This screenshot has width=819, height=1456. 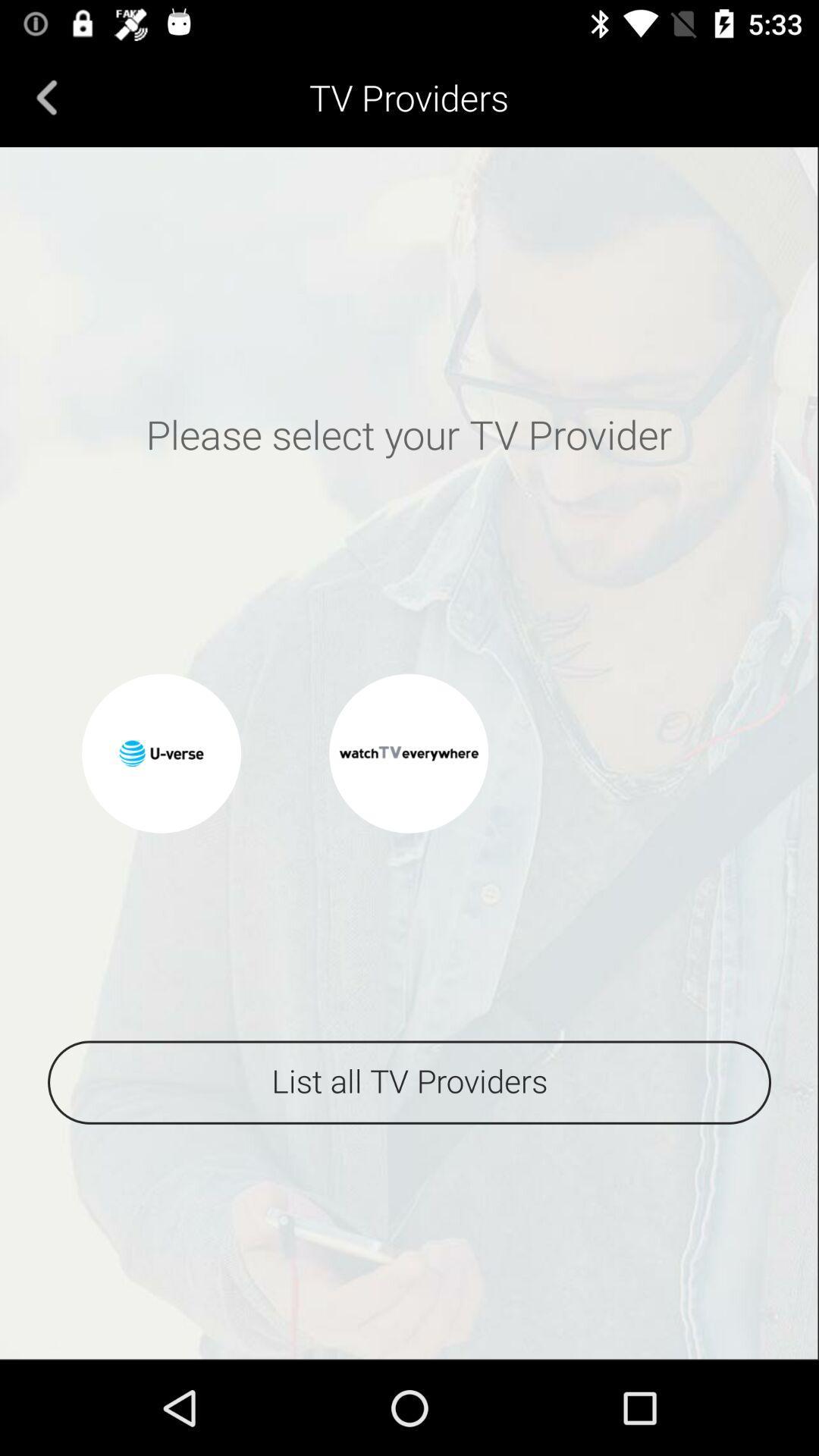 What do you see at coordinates (46, 96) in the screenshot?
I see `the arrow_backward icon` at bounding box center [46, 96].